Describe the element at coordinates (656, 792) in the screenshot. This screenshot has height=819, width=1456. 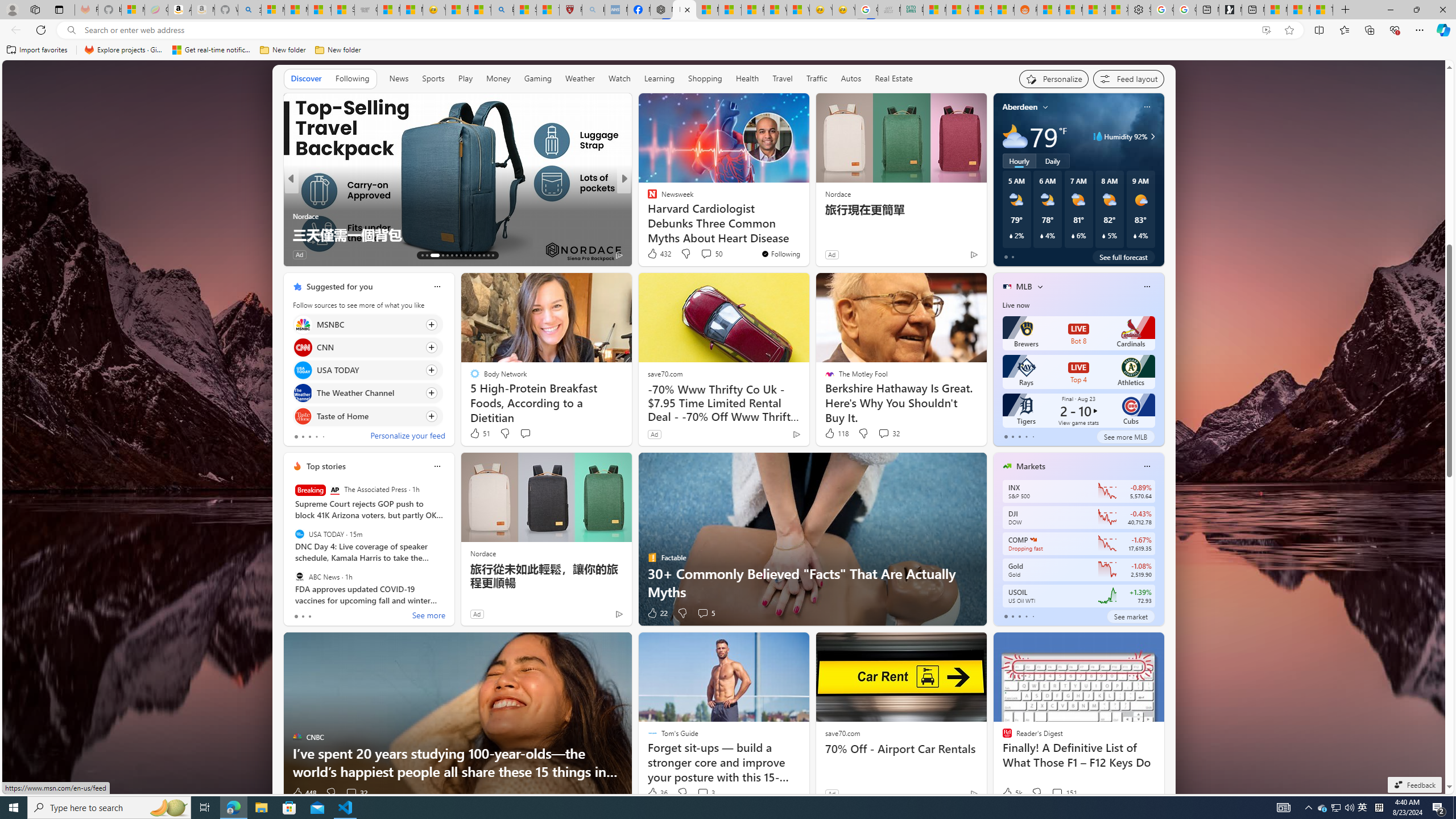
I see `'36 Like'` at that location.